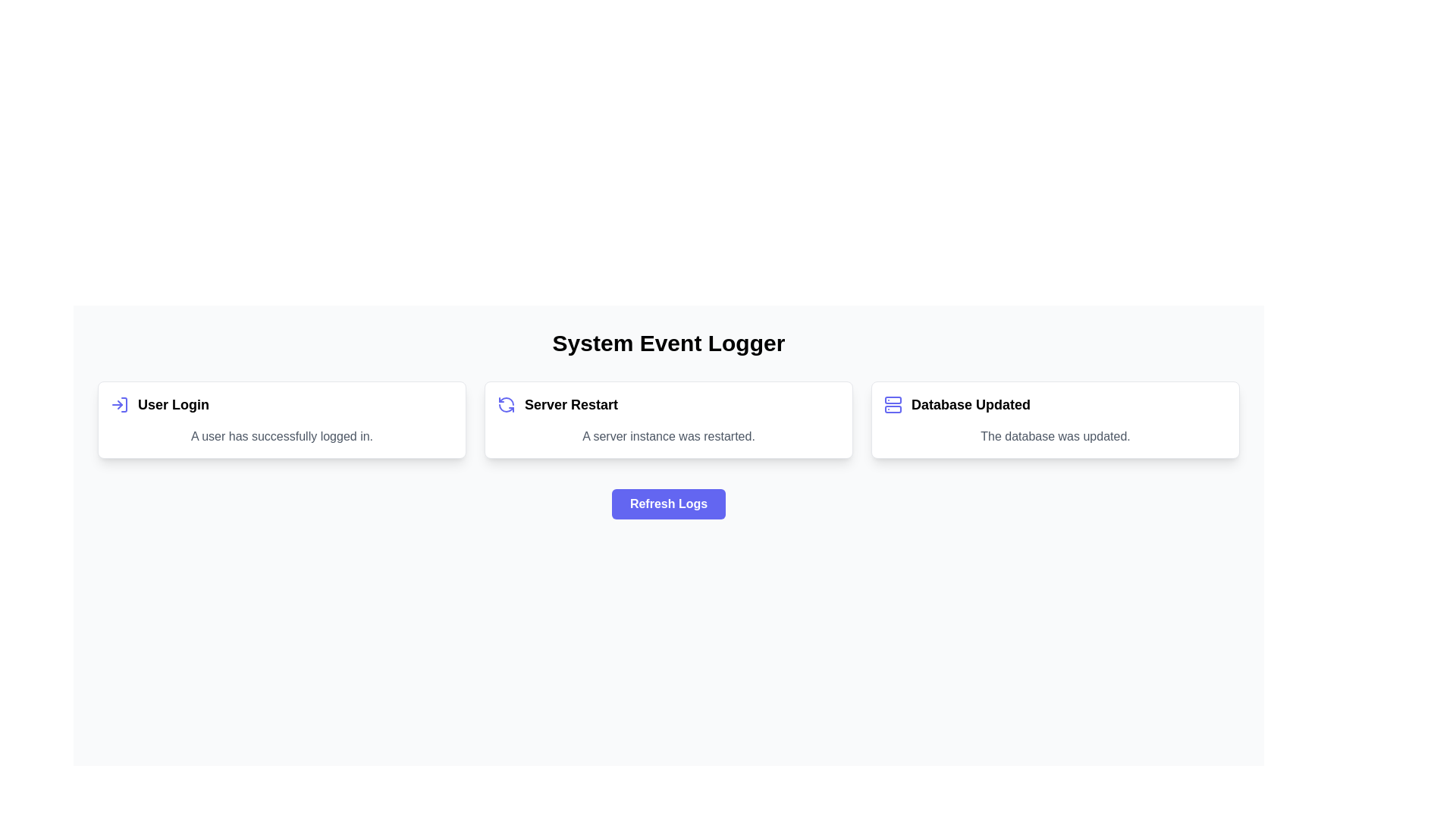 The height and width of the screenshot is (819, 1456). I want to click on the refresh button located at the center-bottom of the interface to refresh the displayed logs, so click(668, 504).